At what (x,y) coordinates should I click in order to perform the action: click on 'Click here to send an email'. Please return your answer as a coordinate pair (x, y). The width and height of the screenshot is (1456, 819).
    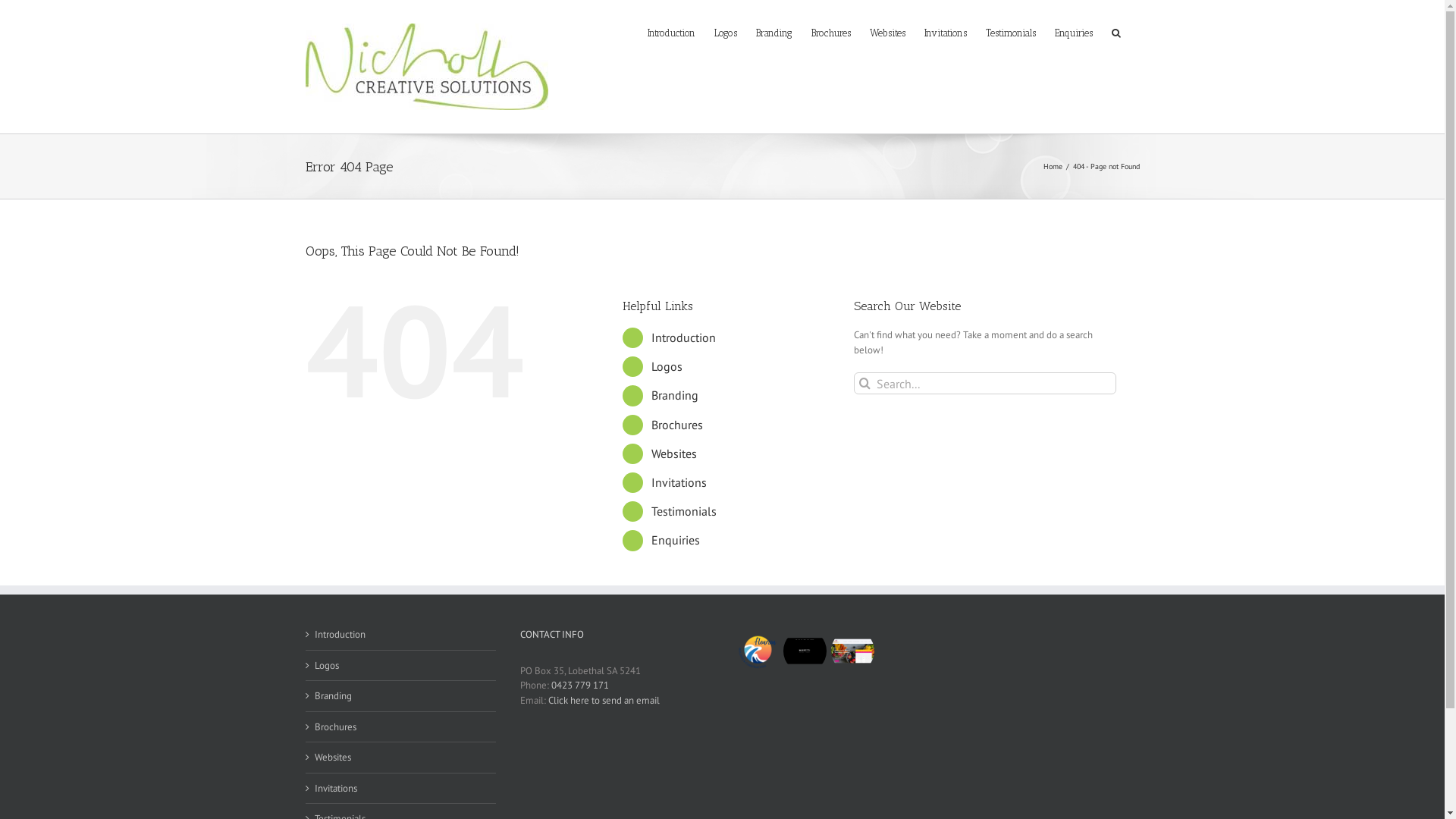
    Looking at the image, I should click on (602, 699).